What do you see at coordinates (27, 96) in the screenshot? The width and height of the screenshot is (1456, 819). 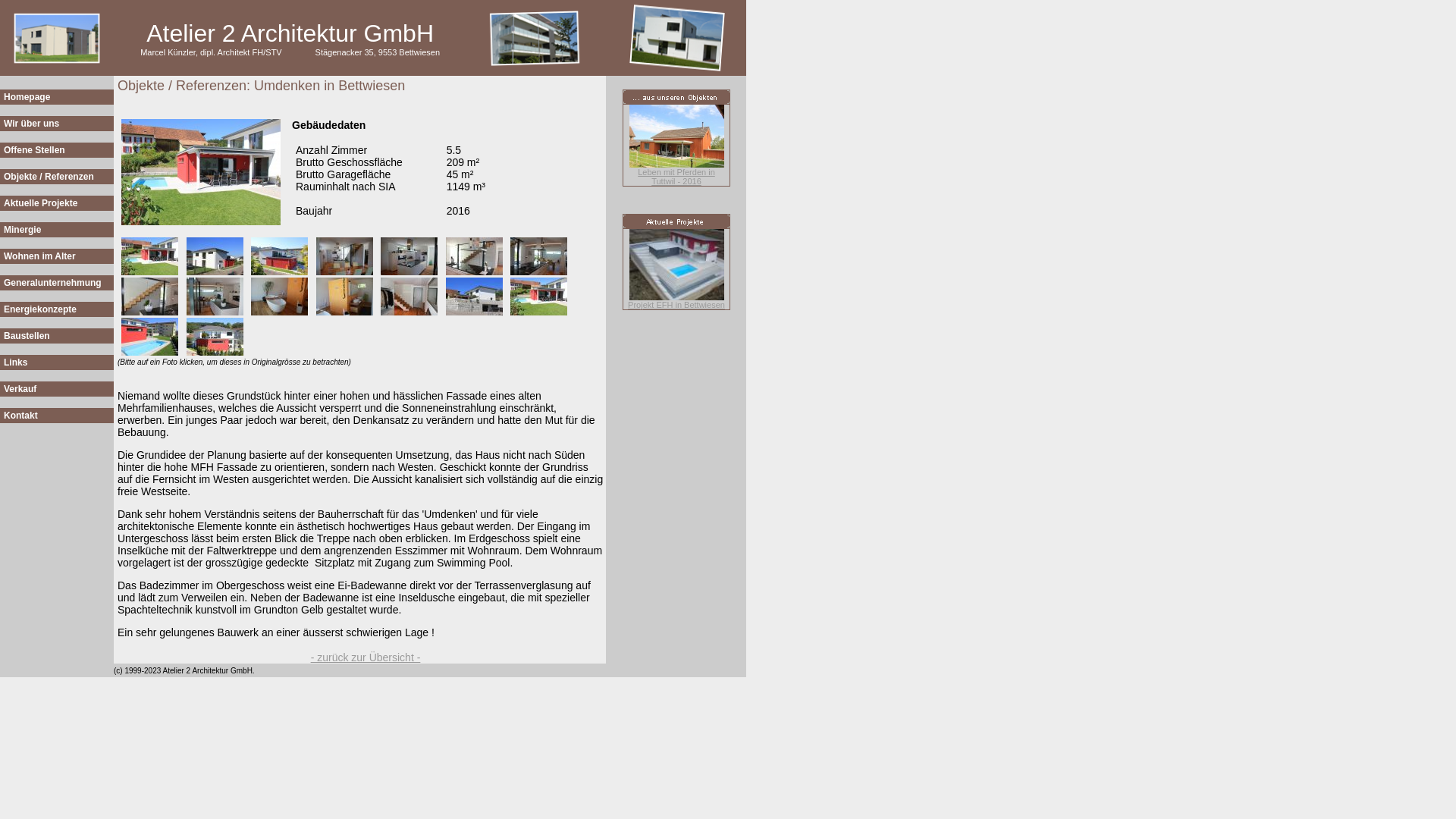 I see `'Homepage'` at bounding box center [27, 96].